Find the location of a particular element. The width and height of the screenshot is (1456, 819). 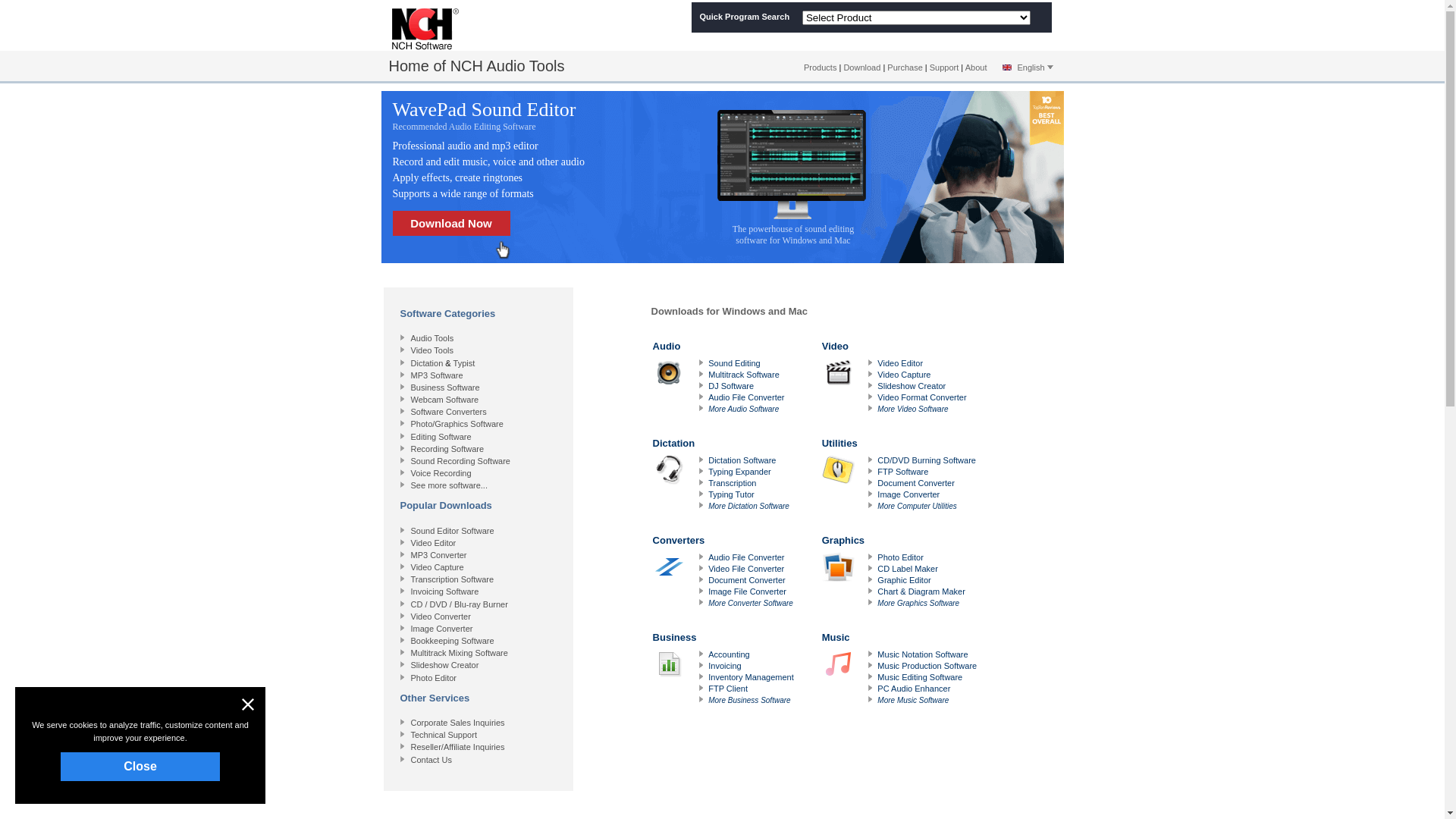

'Audio File Converter' is located at coordinates (745, 397).